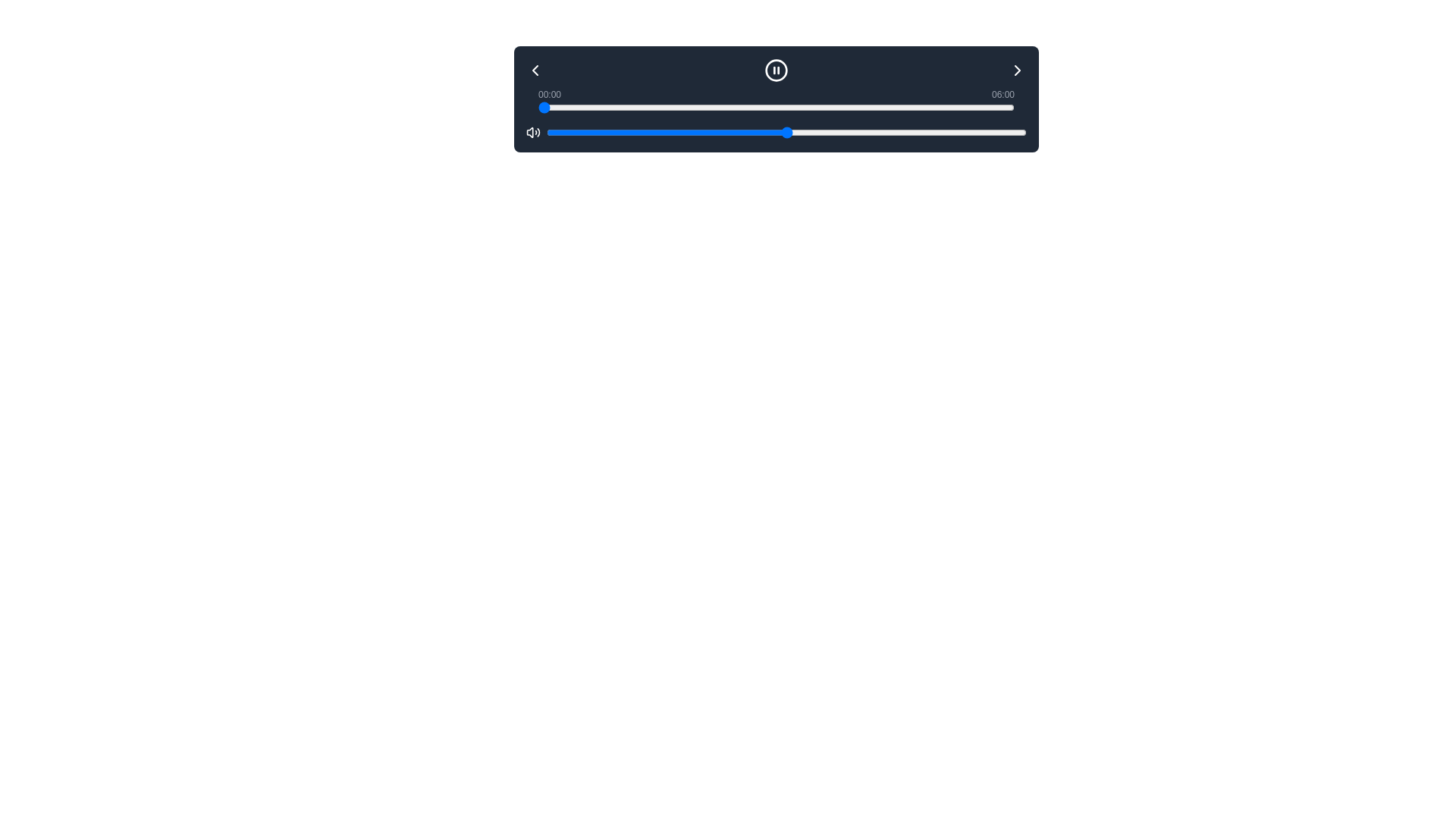 The width and height of the screenshot is (1456, 819). What do you see at coordinates (1005, 107) in the screenshot?
I see `the slider` at bounding box center [1005, 107].